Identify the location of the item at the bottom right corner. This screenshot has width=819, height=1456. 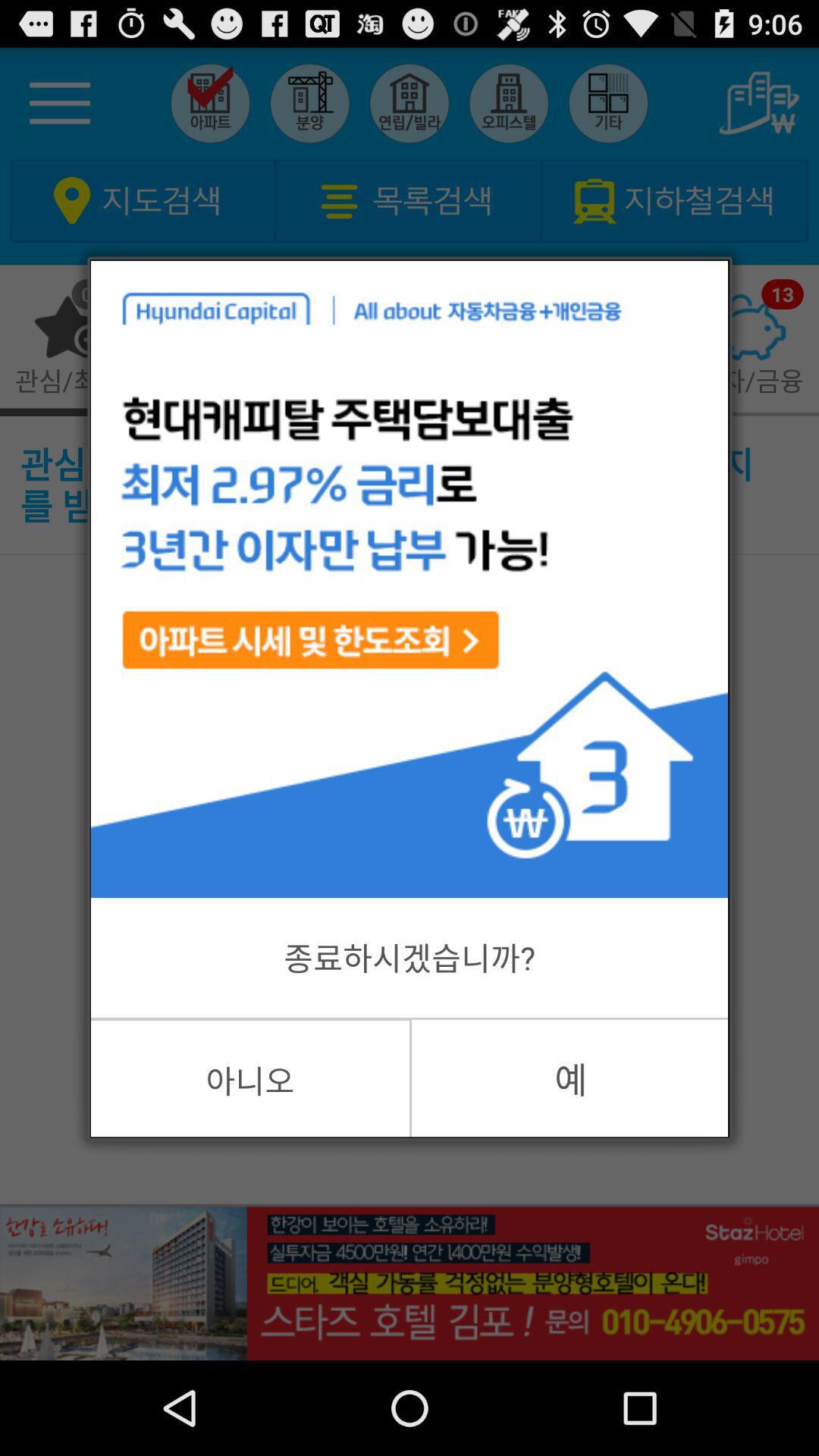
(570, 1077).